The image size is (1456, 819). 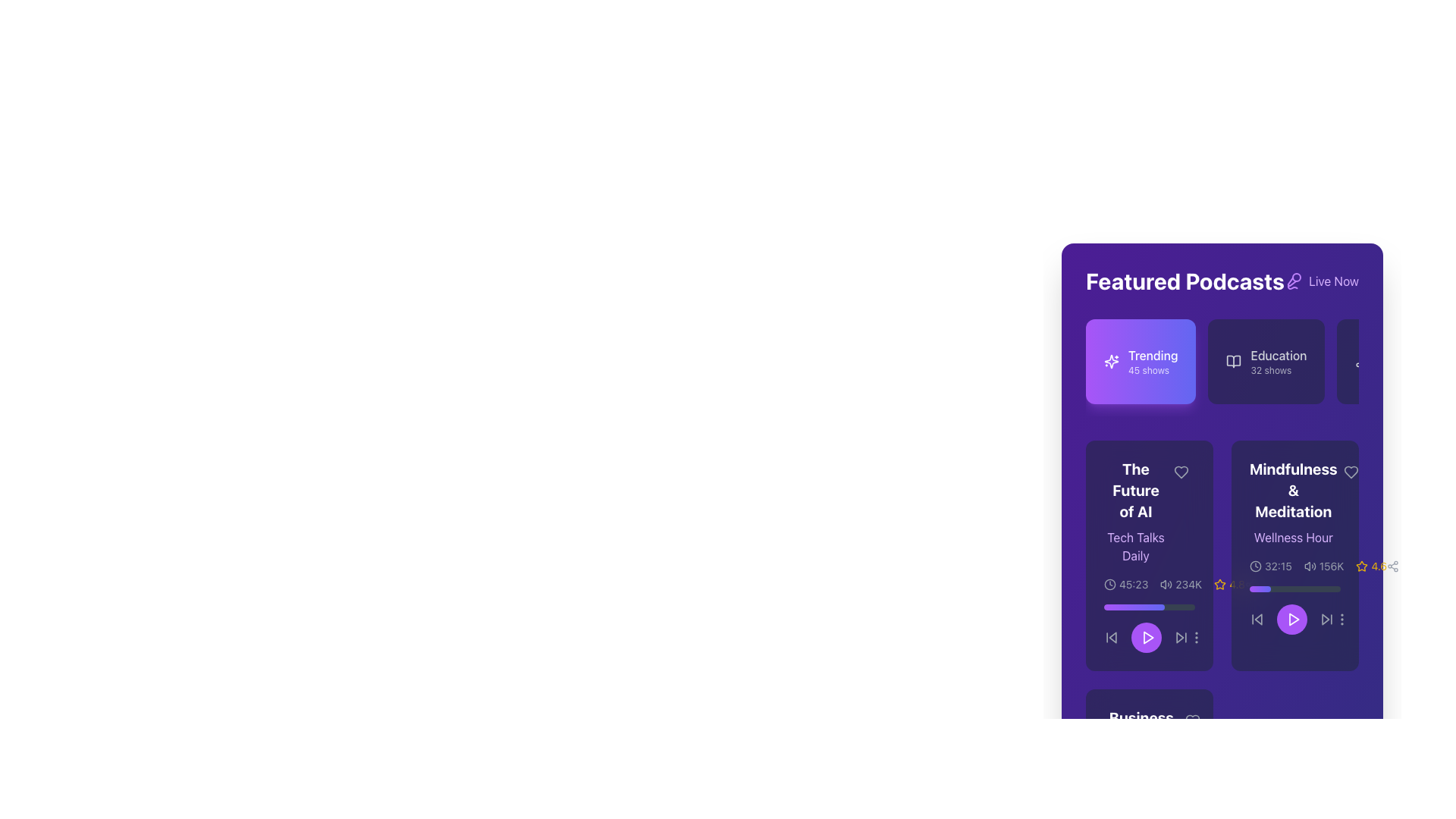 What do you see at coordinates (1257, 620) in the screenshot?
I see `the first control button of the 'Mindfulness & Meditation' podcast to change its color` at bounding box center [1257, 620].